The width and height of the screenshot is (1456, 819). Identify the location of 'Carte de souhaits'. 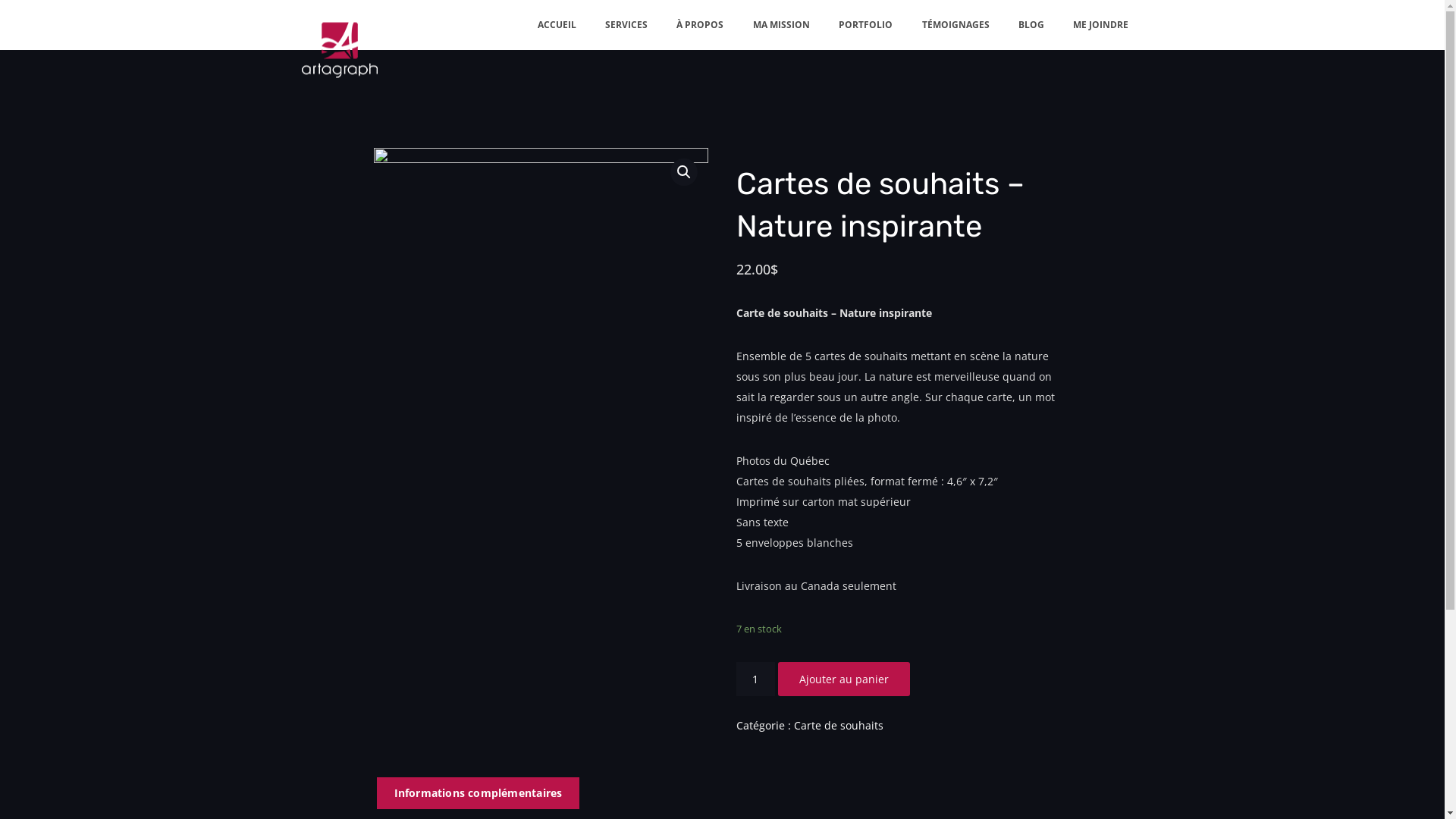
(837, 724).